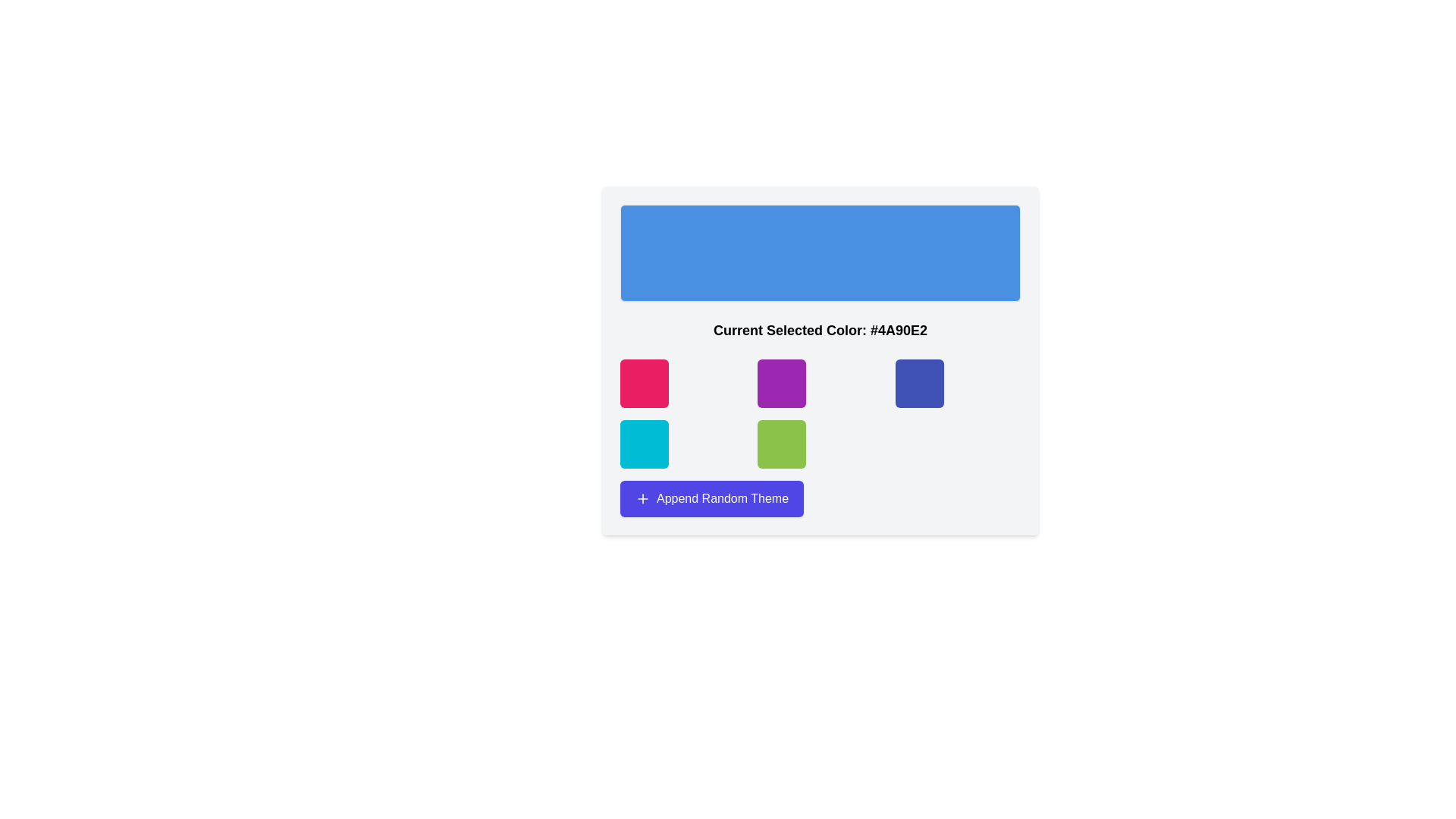  Describe the element at coordinates (643, 499) in the screenshot. I see `the icon within the 'Append Random Theme' button that indicates the ability to append or add something` at that location.